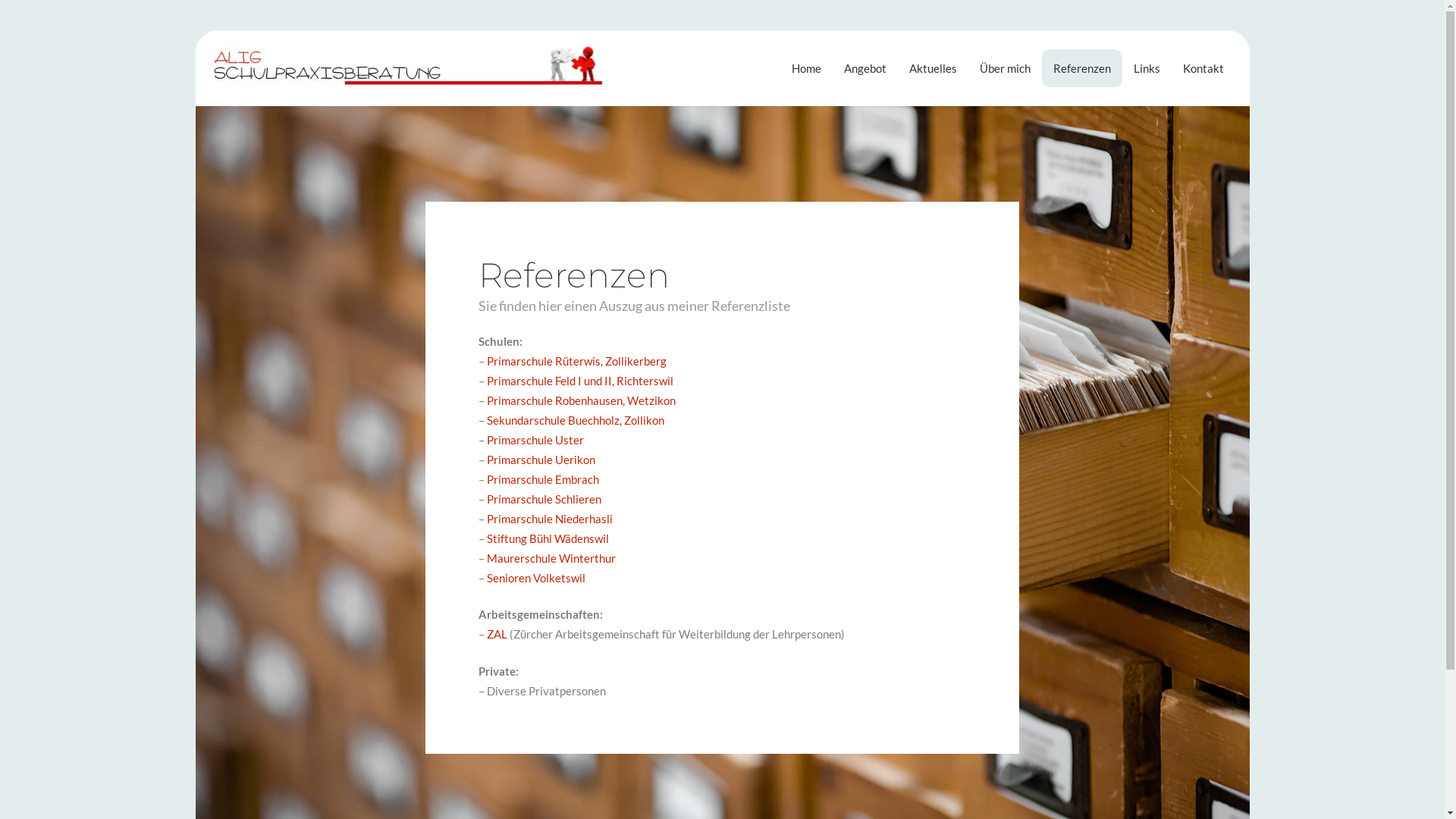 This screenshot has width=1456, height=819. What do you see at coordinates (487, 420) in the screenshot?
I see `'Sekundarschule Buechholz, Zollikon'` at bounding box center [487, 420].